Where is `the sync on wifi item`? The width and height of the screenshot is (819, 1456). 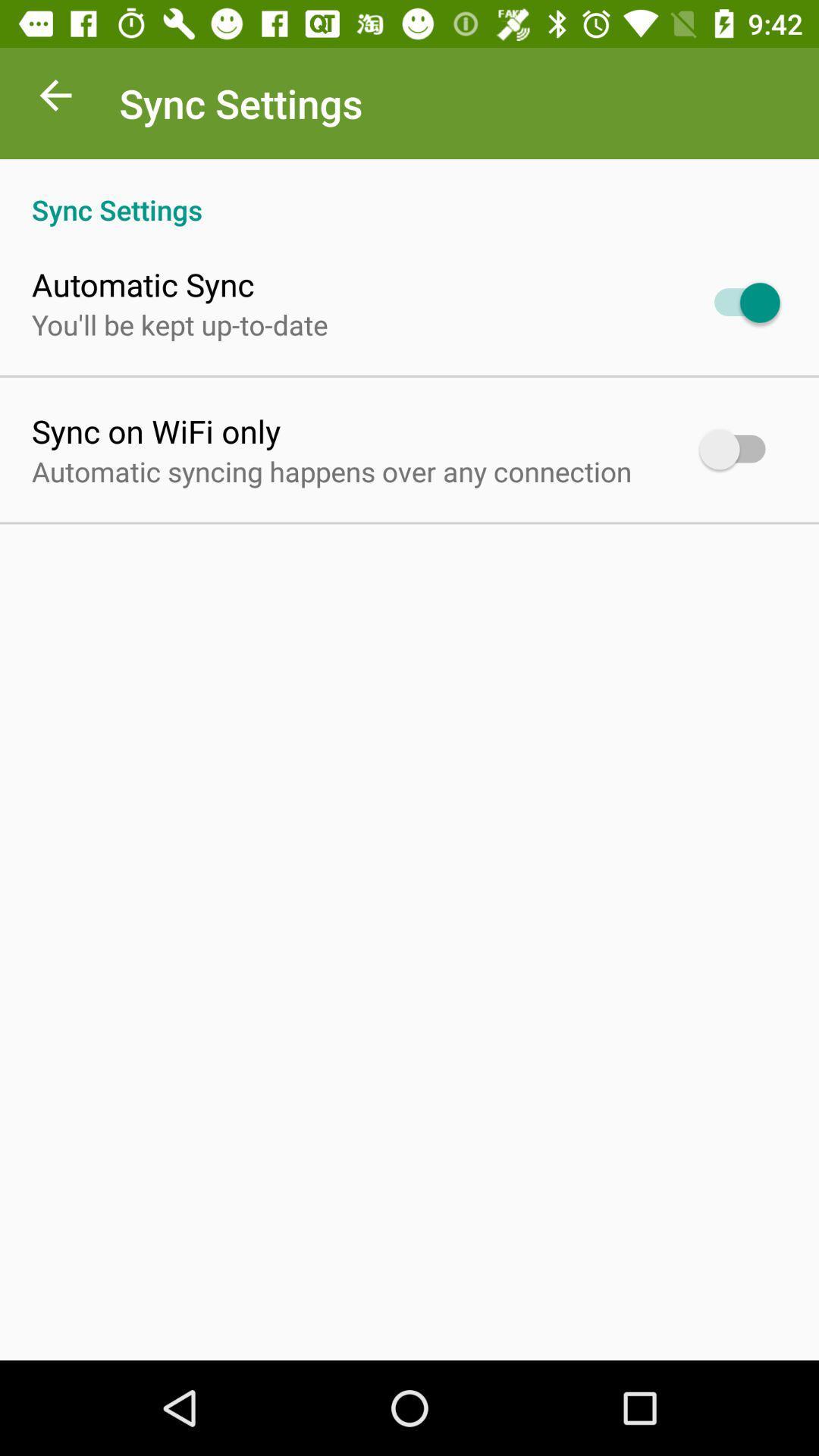 the sync on wifi item is located at coordinates (156, 430).